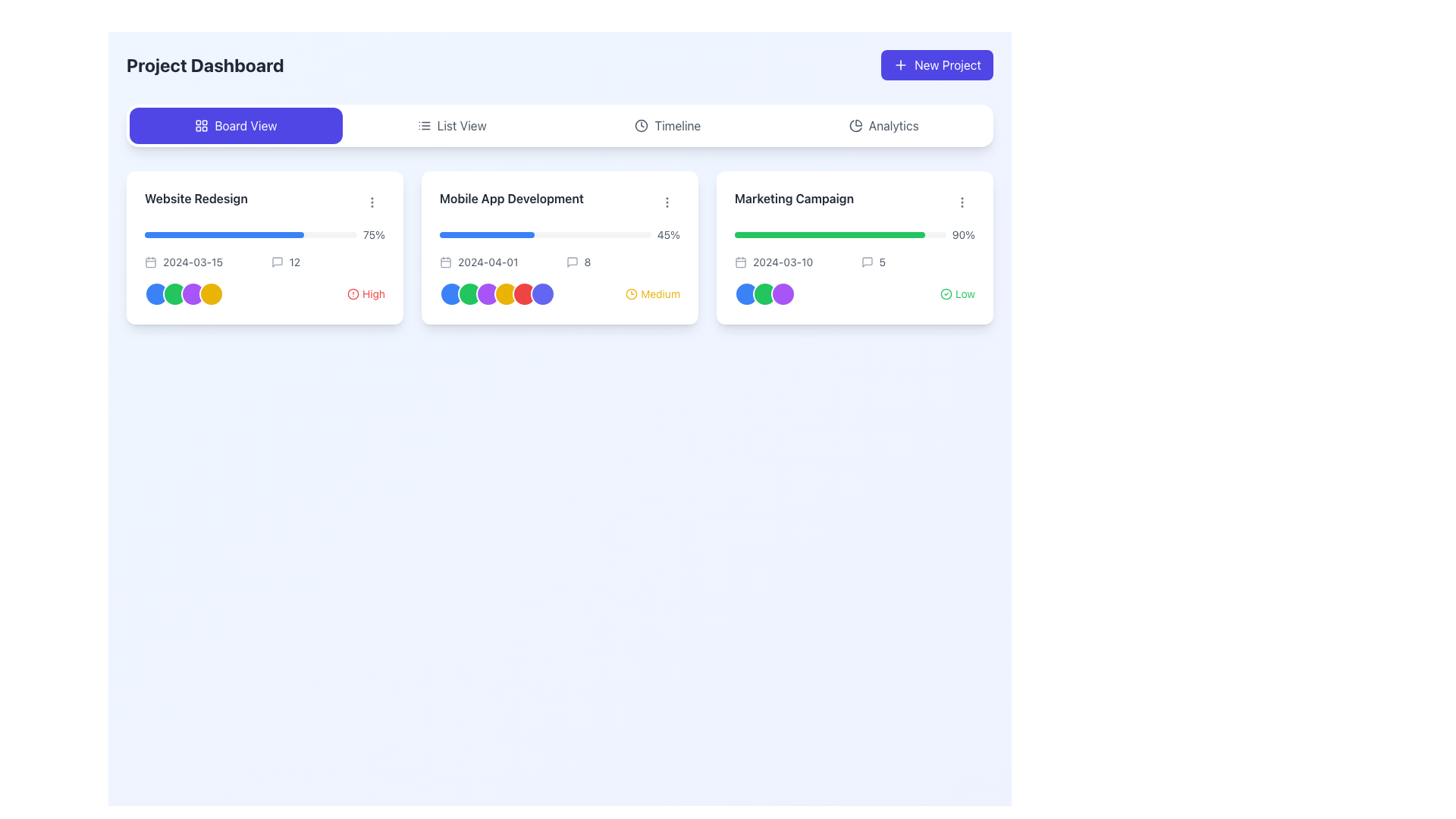 The image size is (1456, 819). What do you see at coordinates (901, 64) in the screenshot?
I see `the icon inside the 'New Project' button, located to the left of the text 'New Project' in the top-right corner of the application interface` at bounding box center [901, 64].